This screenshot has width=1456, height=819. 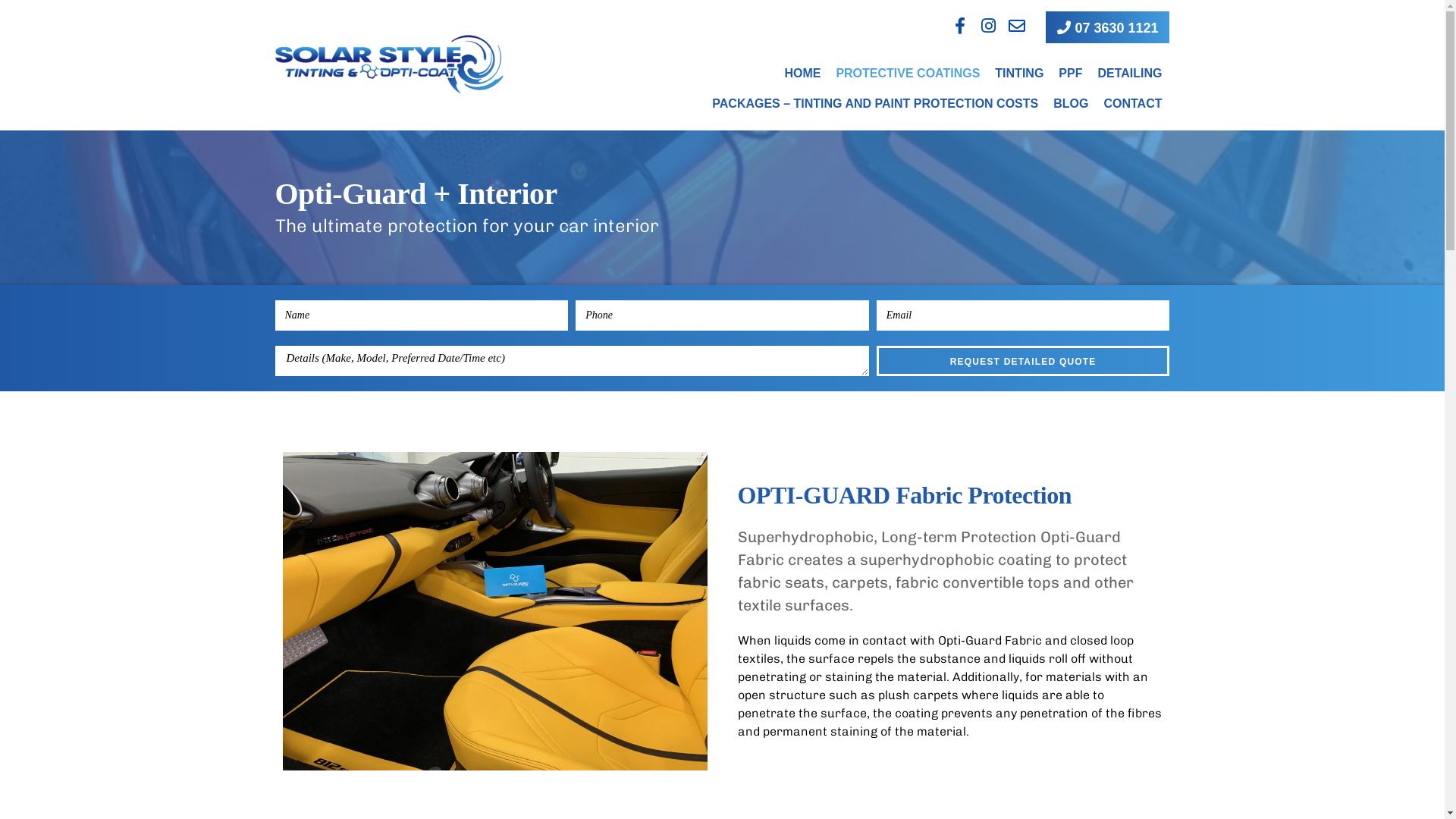 I want to click on 'DETAILING', so click(x=1129, y=73).